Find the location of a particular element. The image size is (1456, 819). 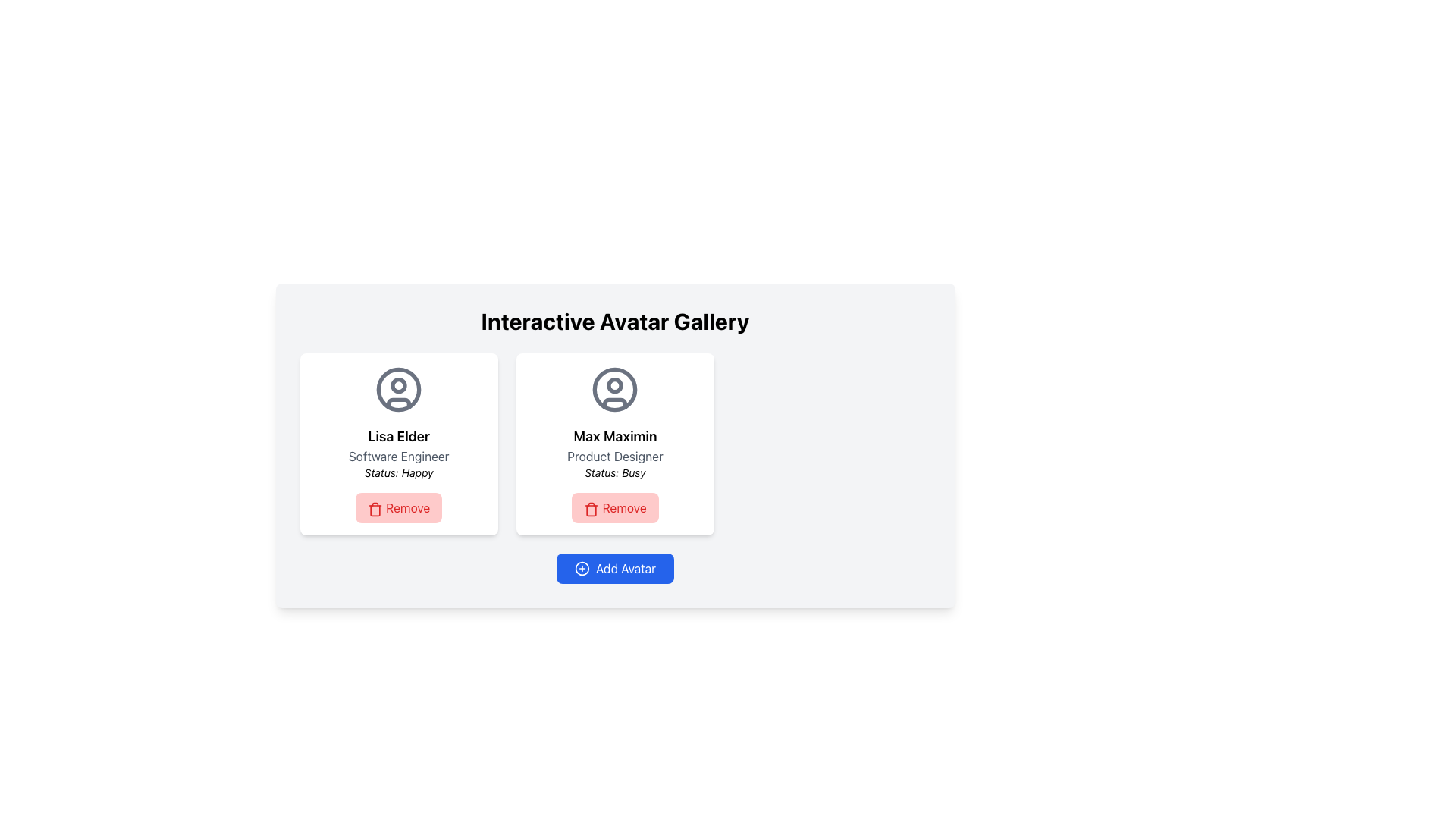

the red button below the avatar and descriptive text ('Max Maximin - Product Designer - Status: Busy') on the second profile card in the 'Interactive Avatar Gallery' is located at coordinates (615, 508).